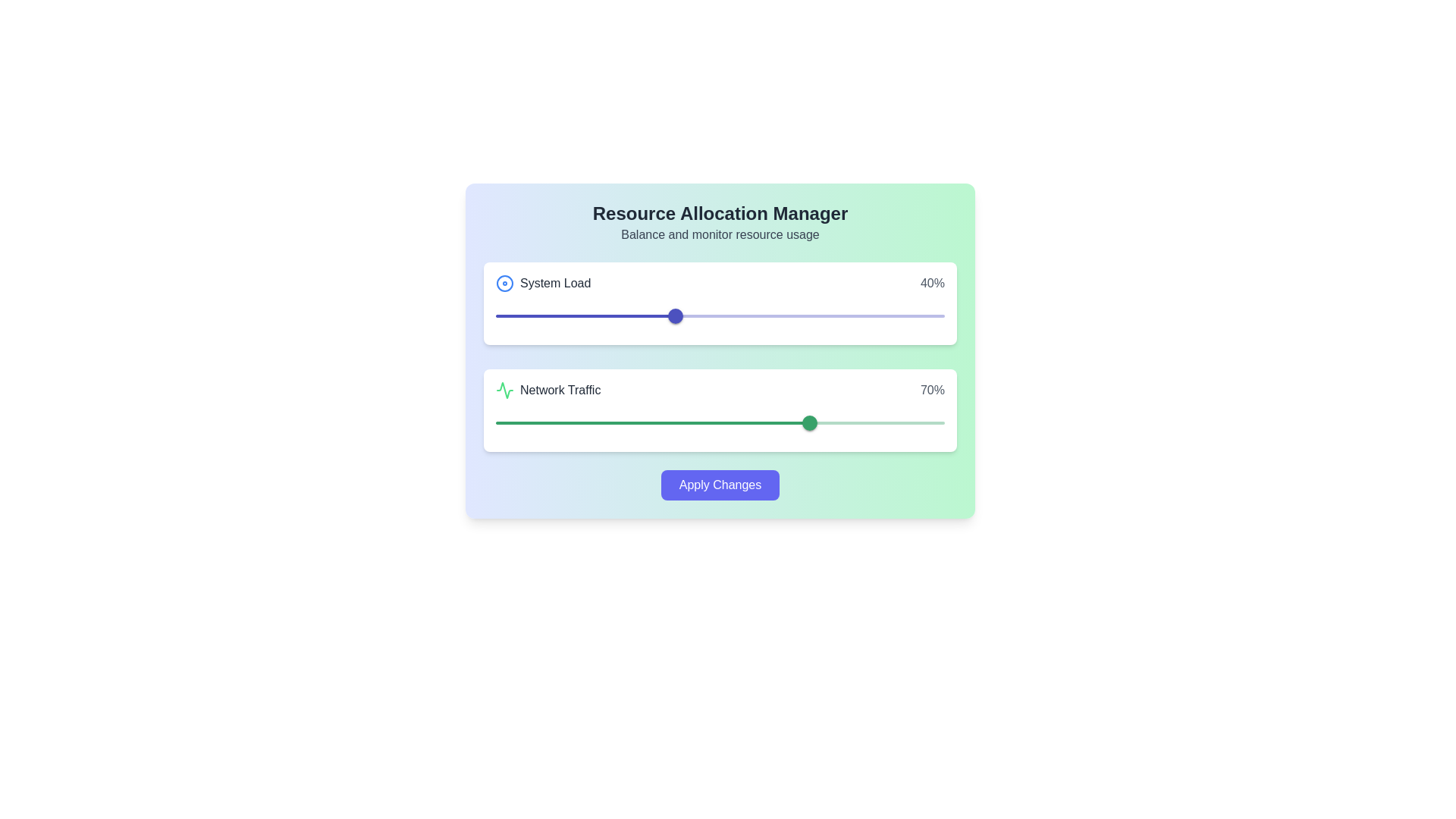 The image size is (1456, 819). What do you see at coordinates (686, 423) in the screenshot?
I see `the slider` at bounding box center [686, 423].